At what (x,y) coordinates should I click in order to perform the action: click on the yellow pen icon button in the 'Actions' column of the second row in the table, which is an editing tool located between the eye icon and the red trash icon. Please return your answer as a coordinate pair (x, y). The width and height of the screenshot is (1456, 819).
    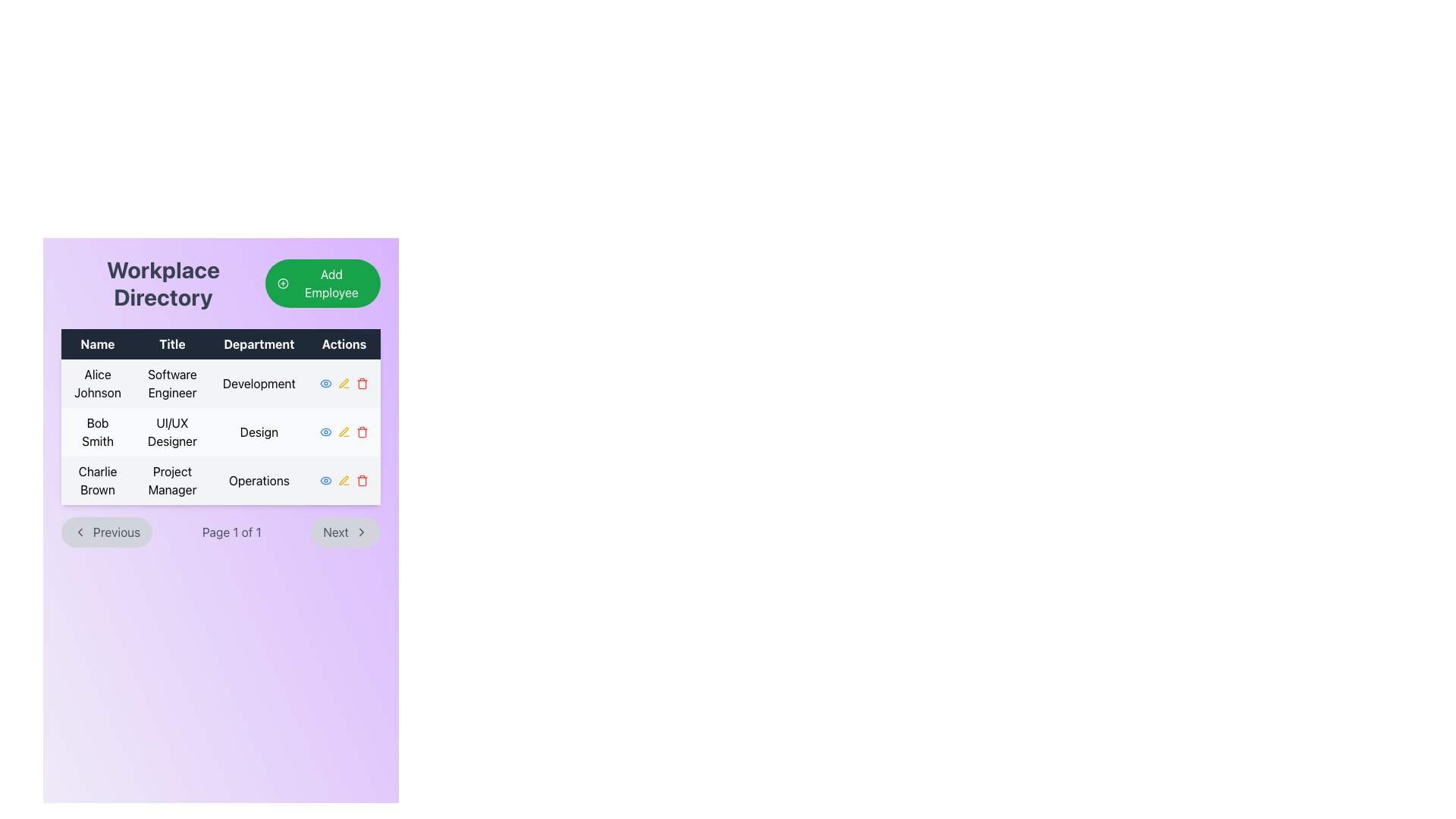
    Looking at the image, I should click on (343, 382).